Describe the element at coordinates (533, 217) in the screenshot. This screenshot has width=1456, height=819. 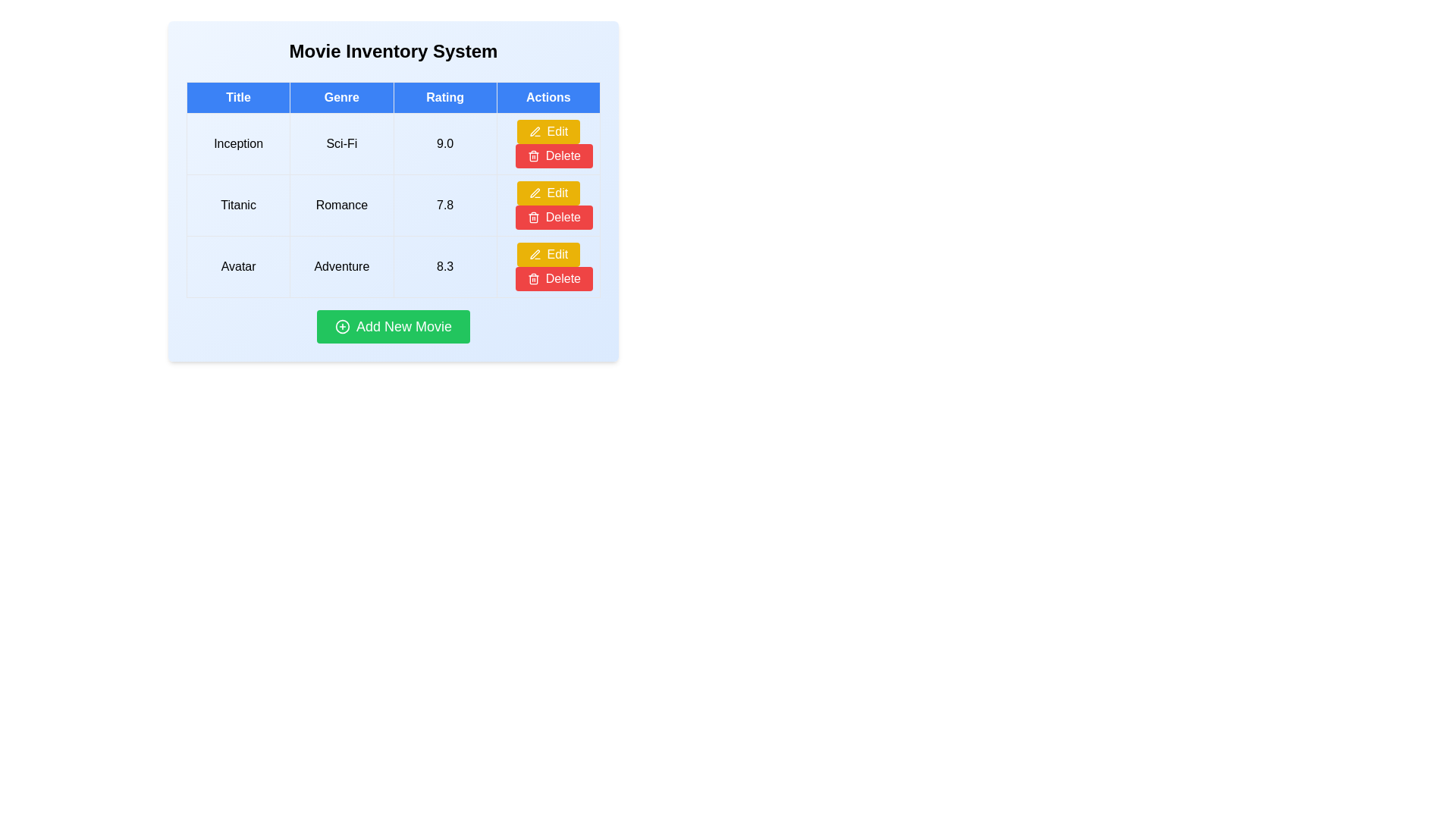
I see `the delete icon for the movie 'Avatar' in the 'Movie Inventory System' table` at that location.